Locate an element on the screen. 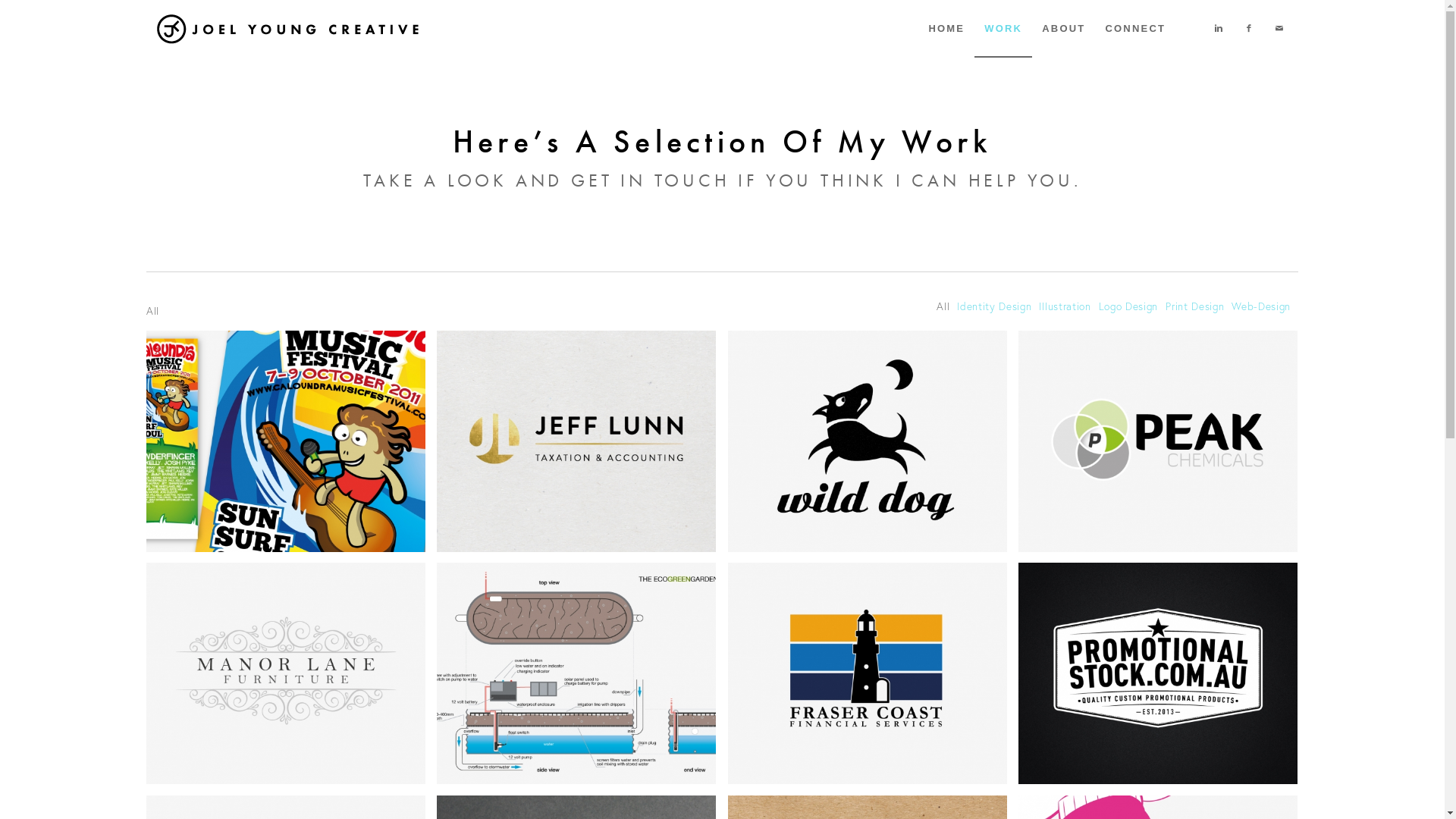 Image resolution: width=1456 pixels, height=819 pixels. 'CMF Poster Design' is located at coordinates (291, 446).